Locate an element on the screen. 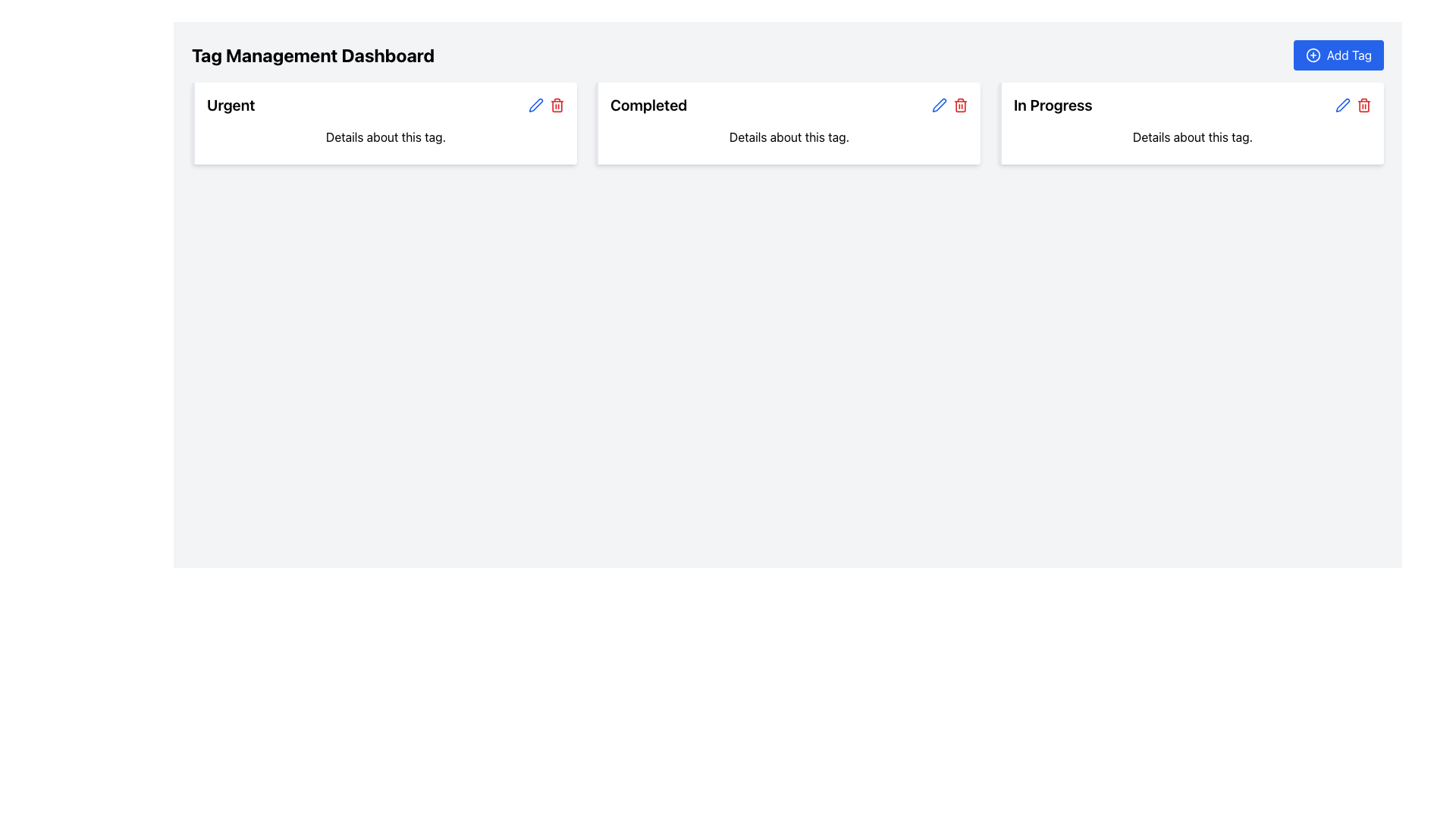  the 'In Progress' title label located at the top-right section of the rightmost card in the horizontal row of cards labeled 'Urgent', 'Completed', and 'In Progress' is located at coordinates (1052, 104).